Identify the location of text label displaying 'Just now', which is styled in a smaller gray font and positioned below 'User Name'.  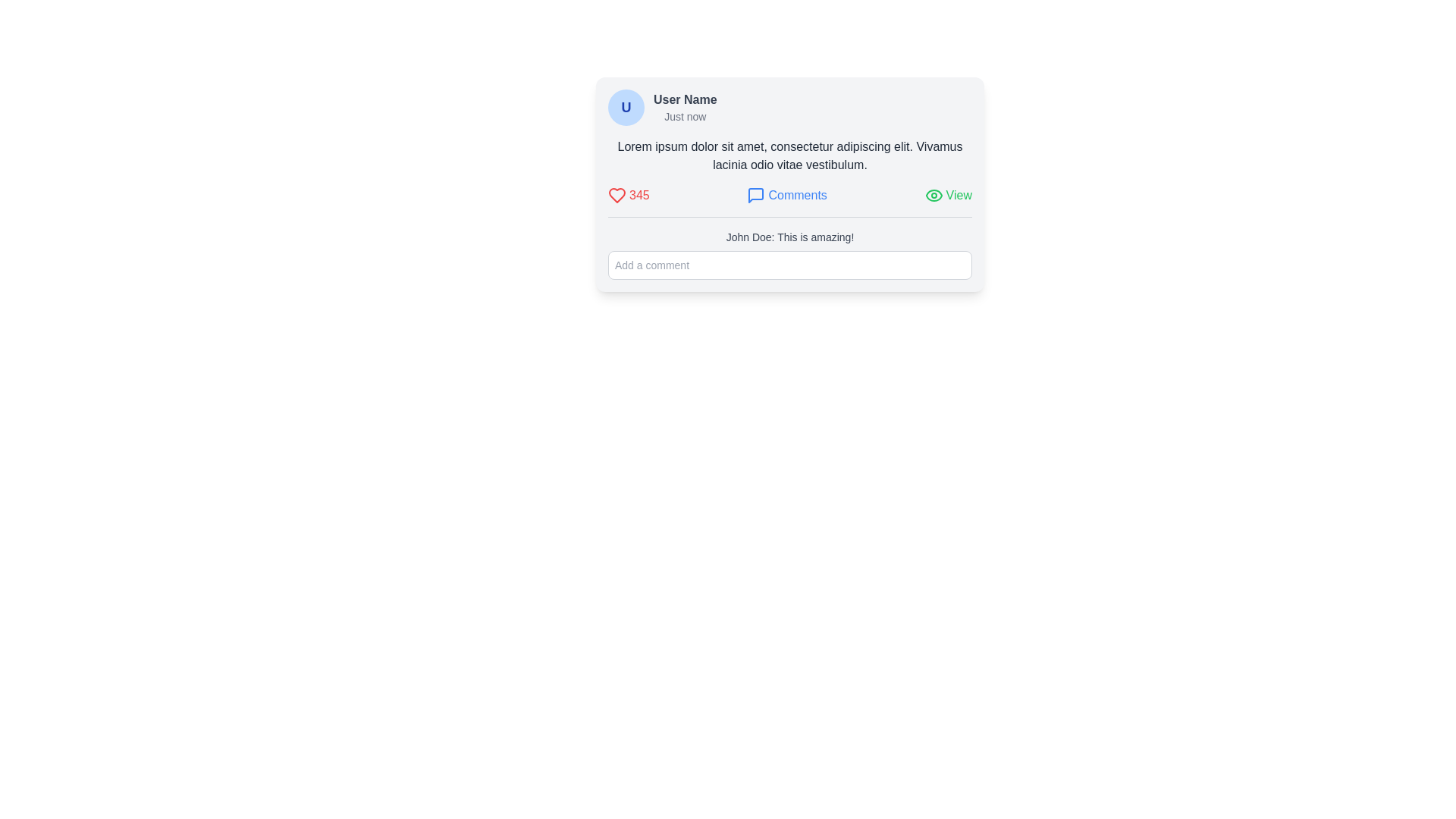
(684, 116).